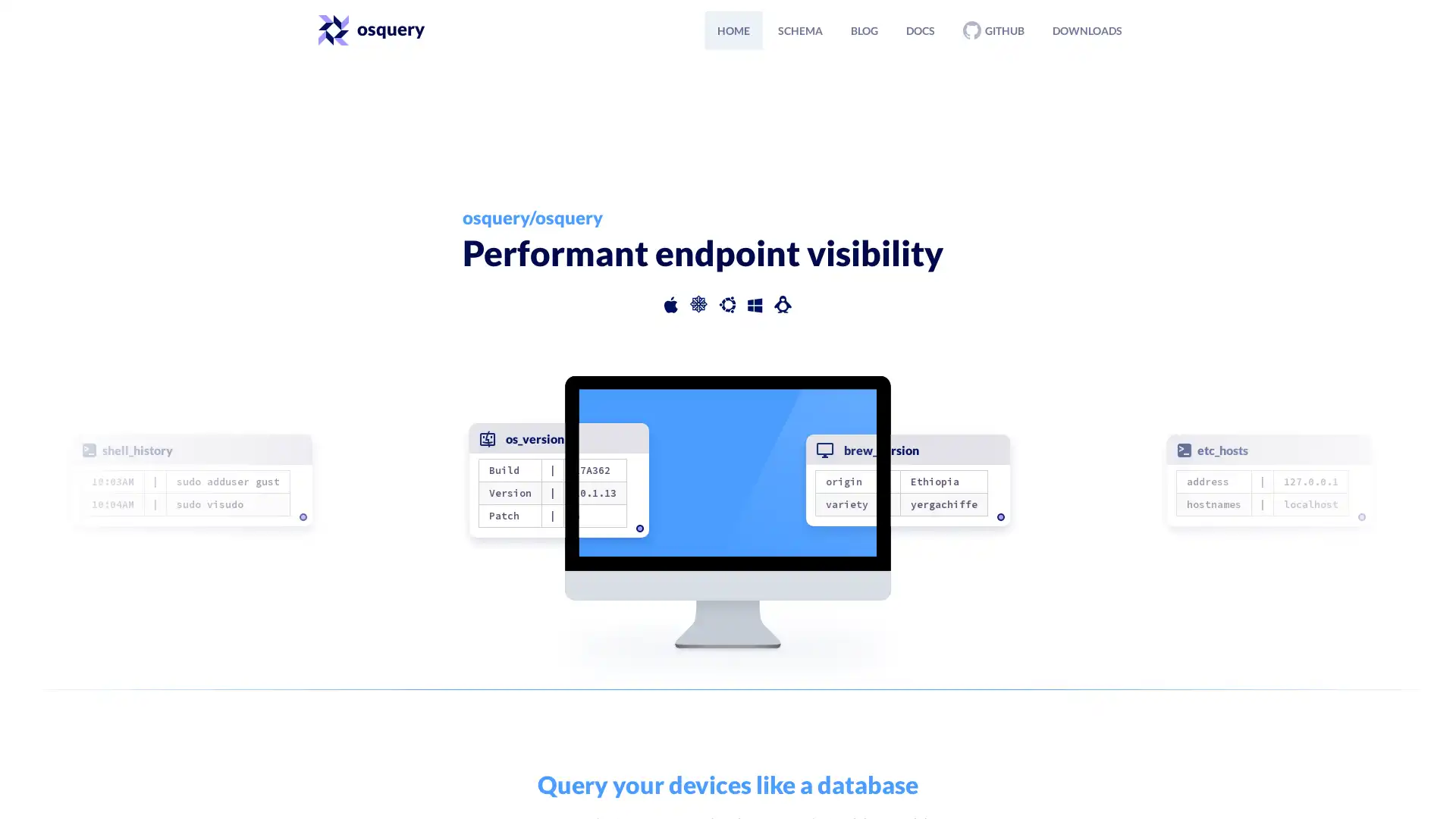 The width and height of the screenshot is (1456, 819). What do you see at coordinates (1087, 30) in the screenshot?
I see `DOWNLOADS` at bounding box center [1087, 30].